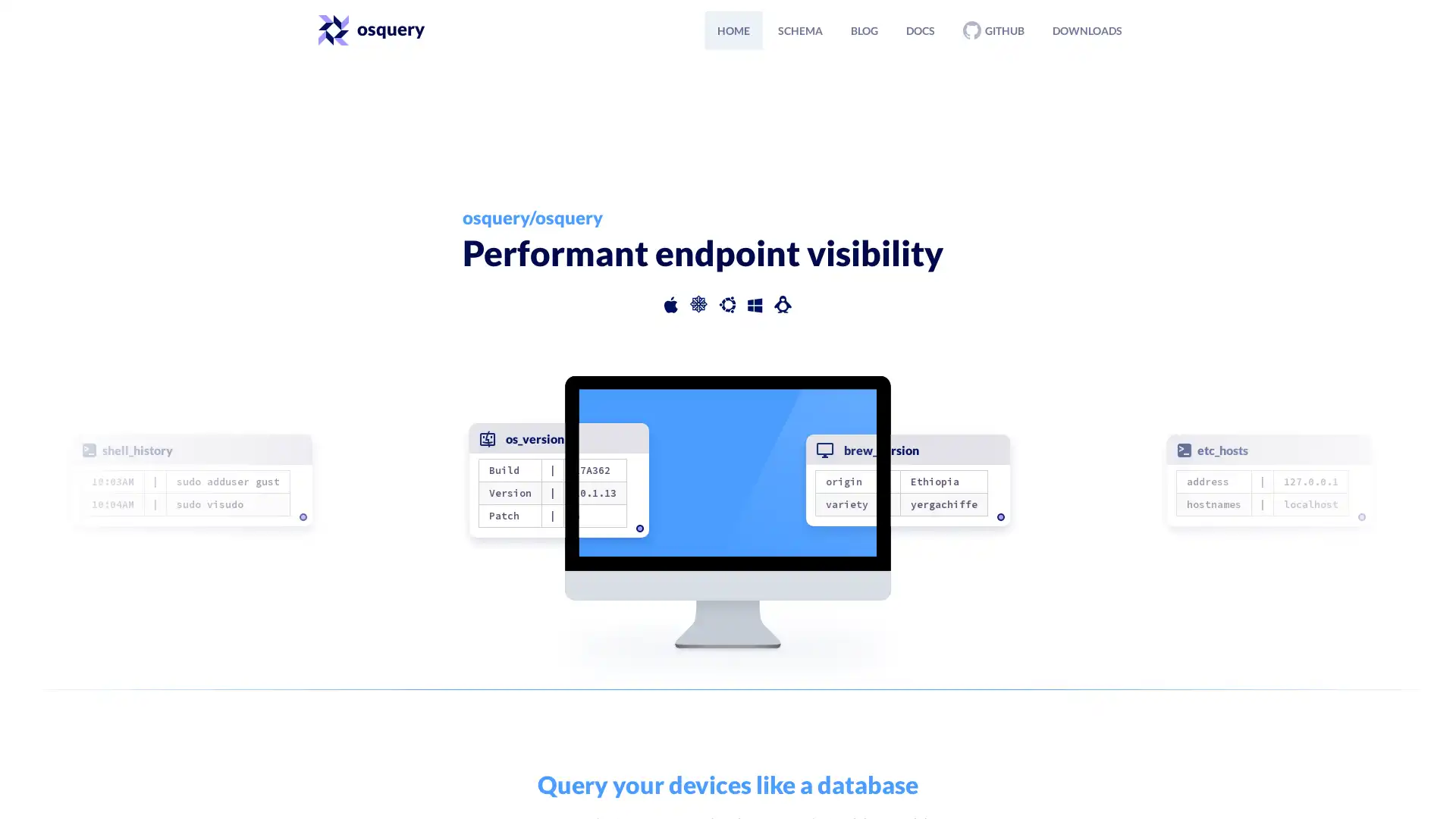 The width and height of the screenshot is (1456, 819). What do you see at coordinates (1087, 30) in the screenshot?
I see `DOWNLOADS` at bounding box center [1087, 30].